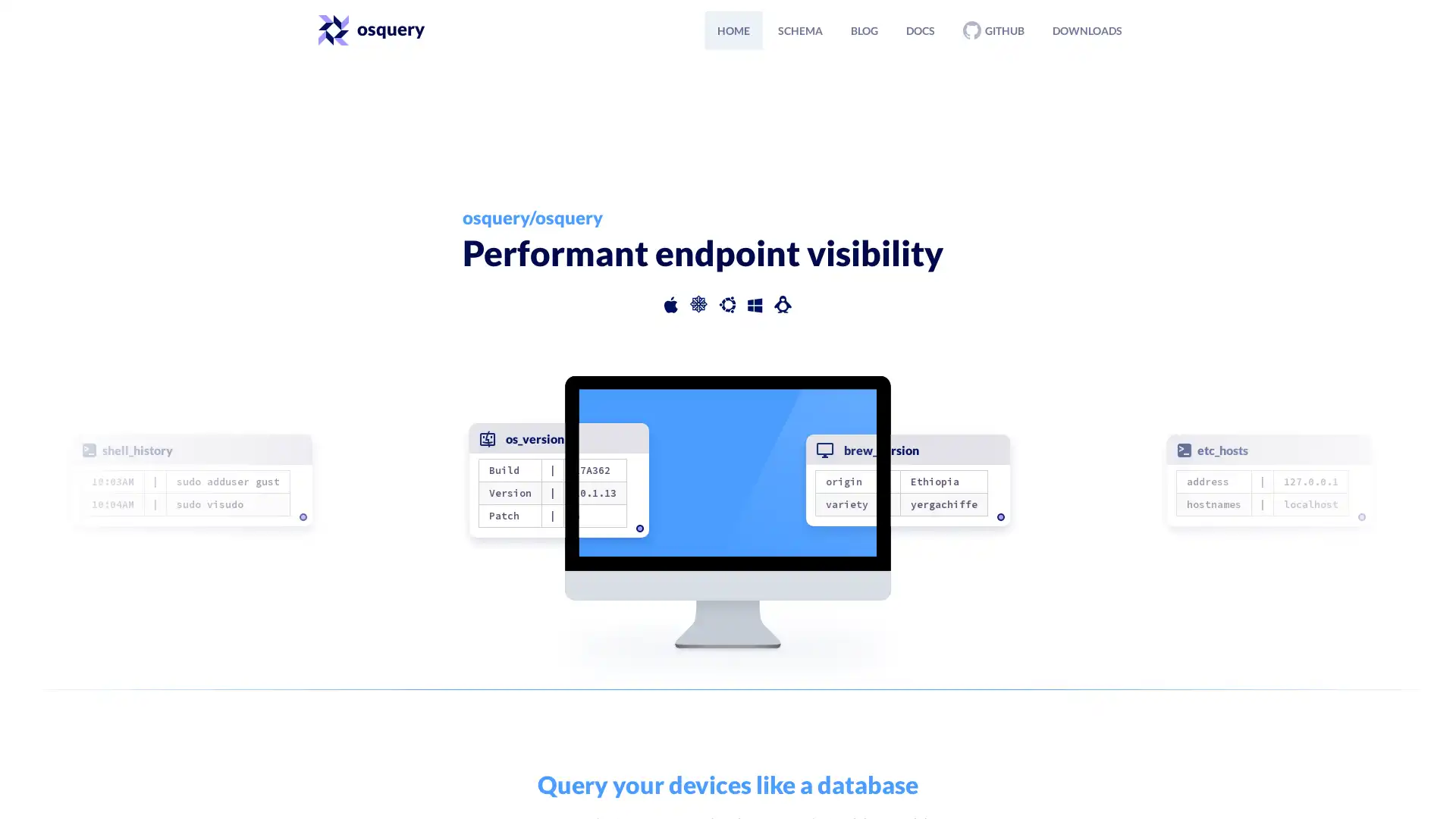 The width and height of the screenshot is (1456, 819). What do you see at coordinates (1087, 30) in the screenshot?
I see `DOWNLOADS` at bounding box center [1087, 30].